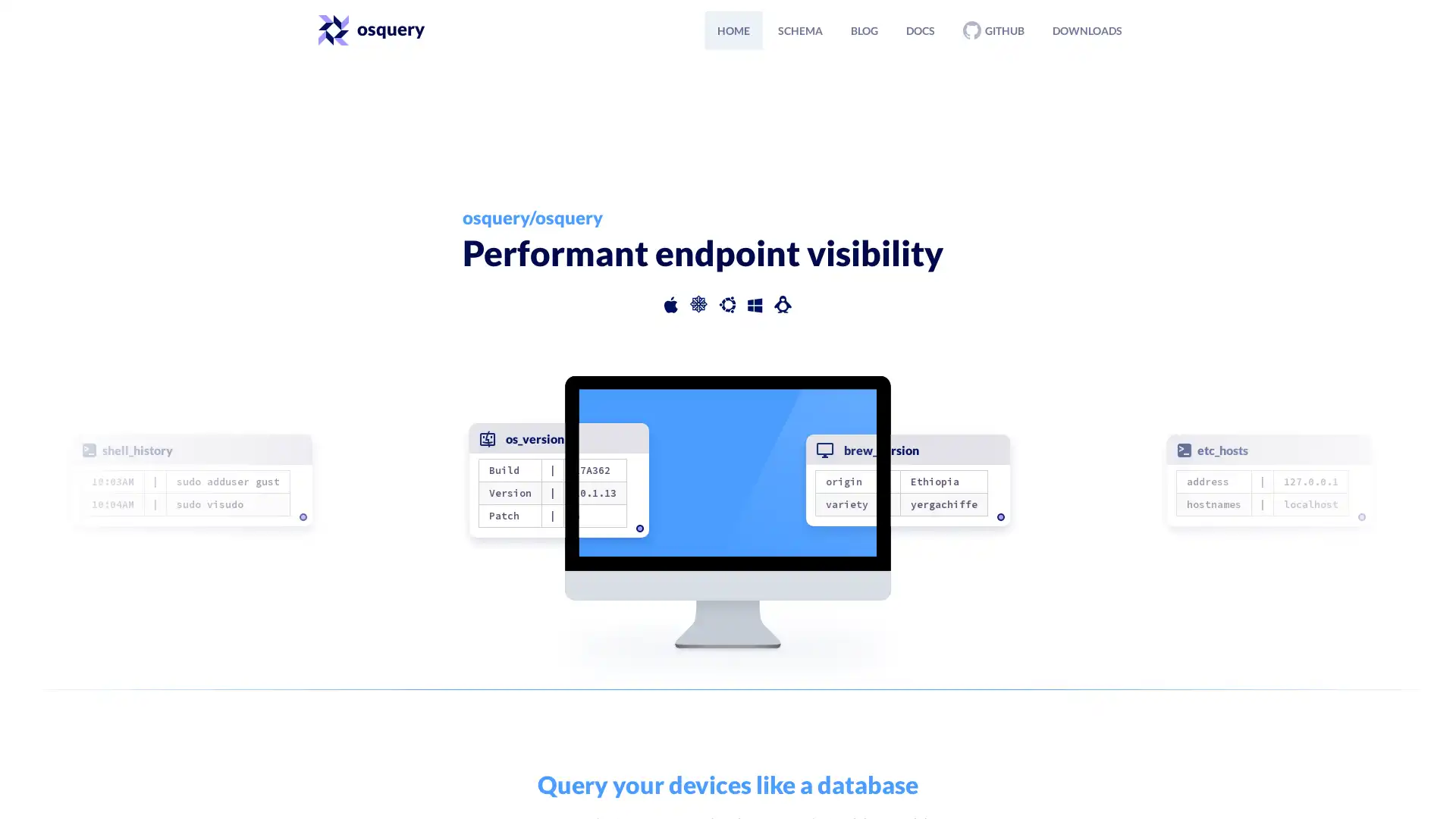 The width and height of the screenshot is (1456, 819). What do you see at coordinates (1087, 30) in the screenshot?
I see `DOWNLOADS` at bounding box center [1087, 30].